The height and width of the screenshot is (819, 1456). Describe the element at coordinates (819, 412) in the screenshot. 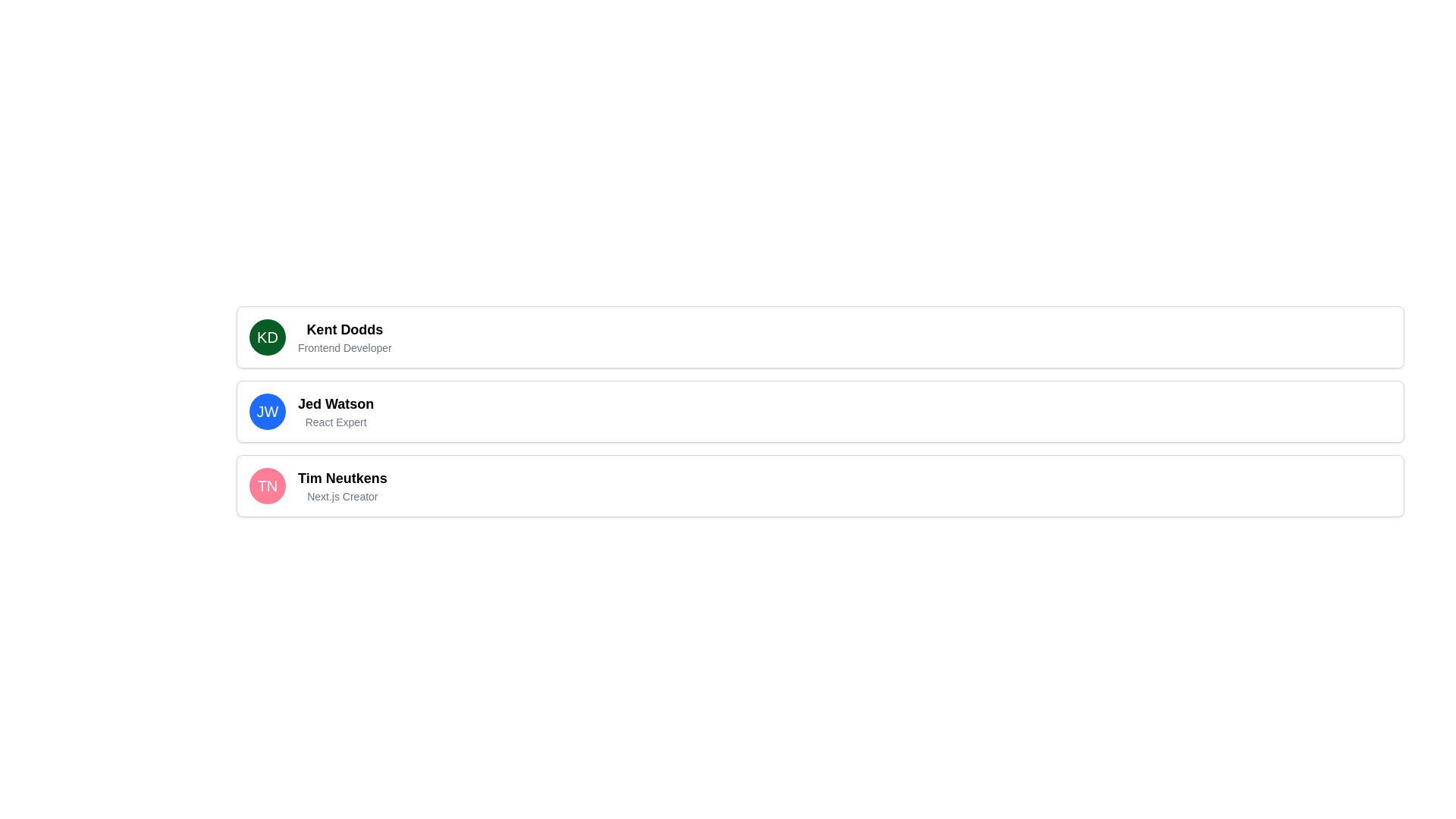

I see `the List Item Display Component containing the profile summary with initials 'JW'` at that location.